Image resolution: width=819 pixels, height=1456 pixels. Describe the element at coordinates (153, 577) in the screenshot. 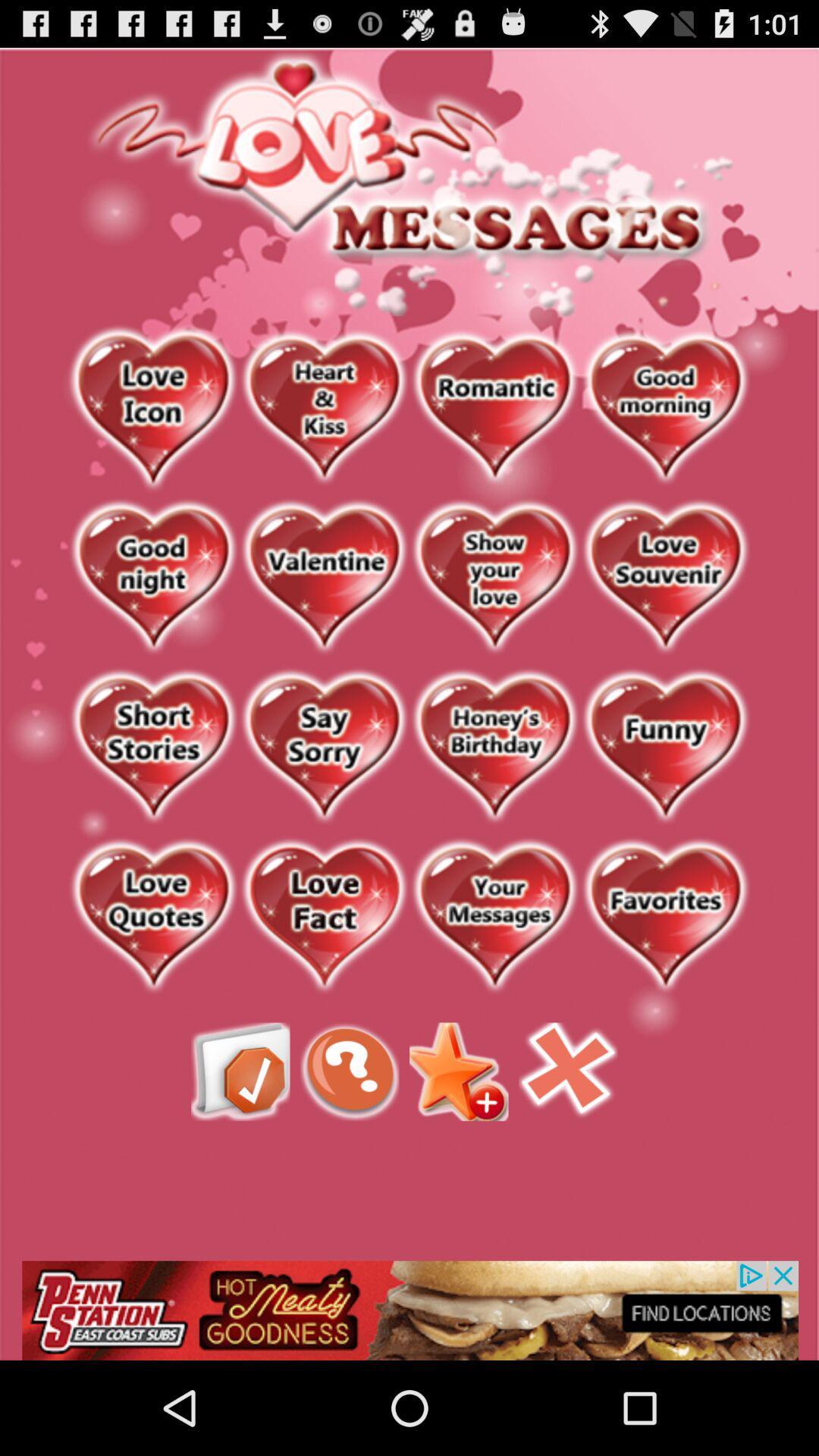

I see `send a good night message` at that location.